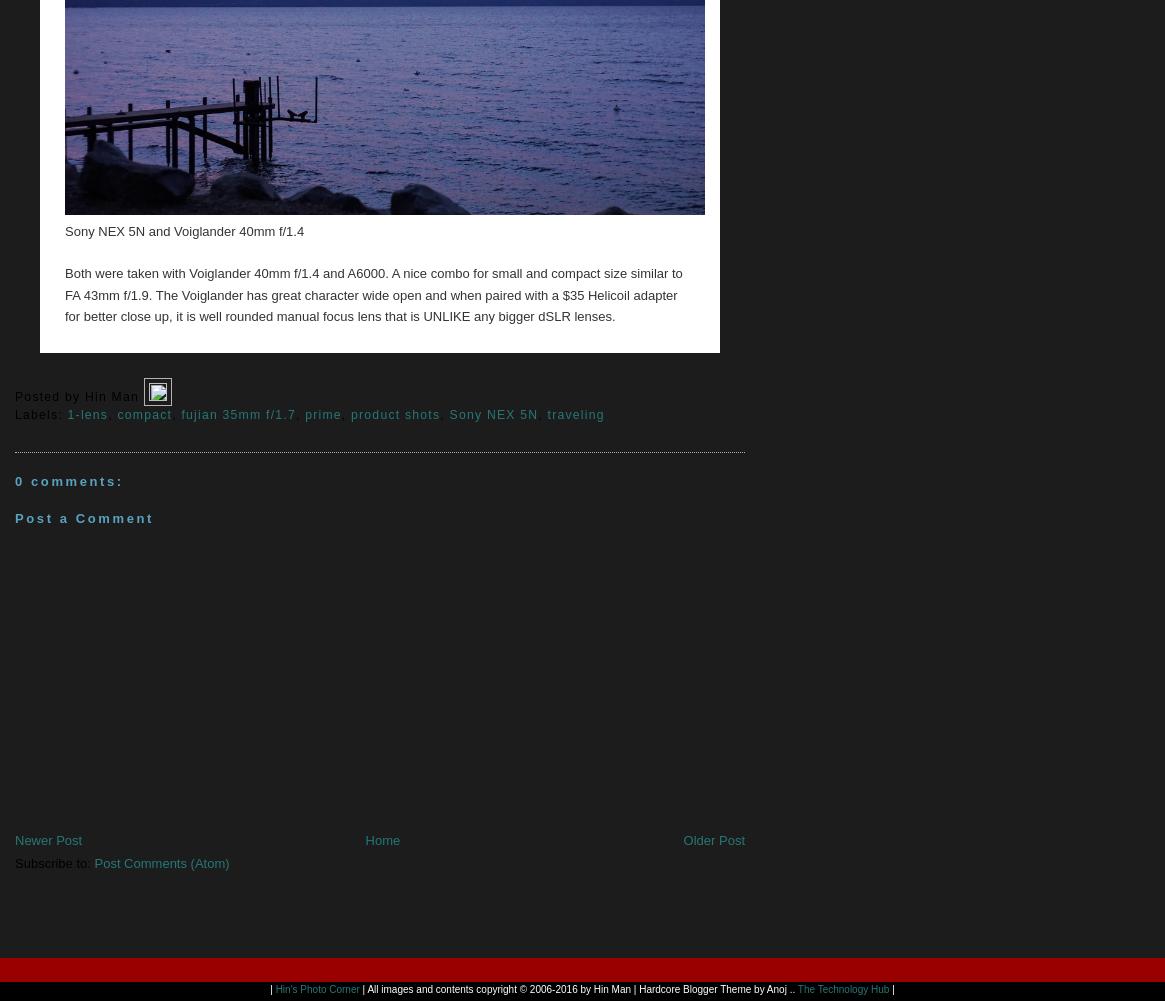  I want to click on 'Home', so click(381, 838).